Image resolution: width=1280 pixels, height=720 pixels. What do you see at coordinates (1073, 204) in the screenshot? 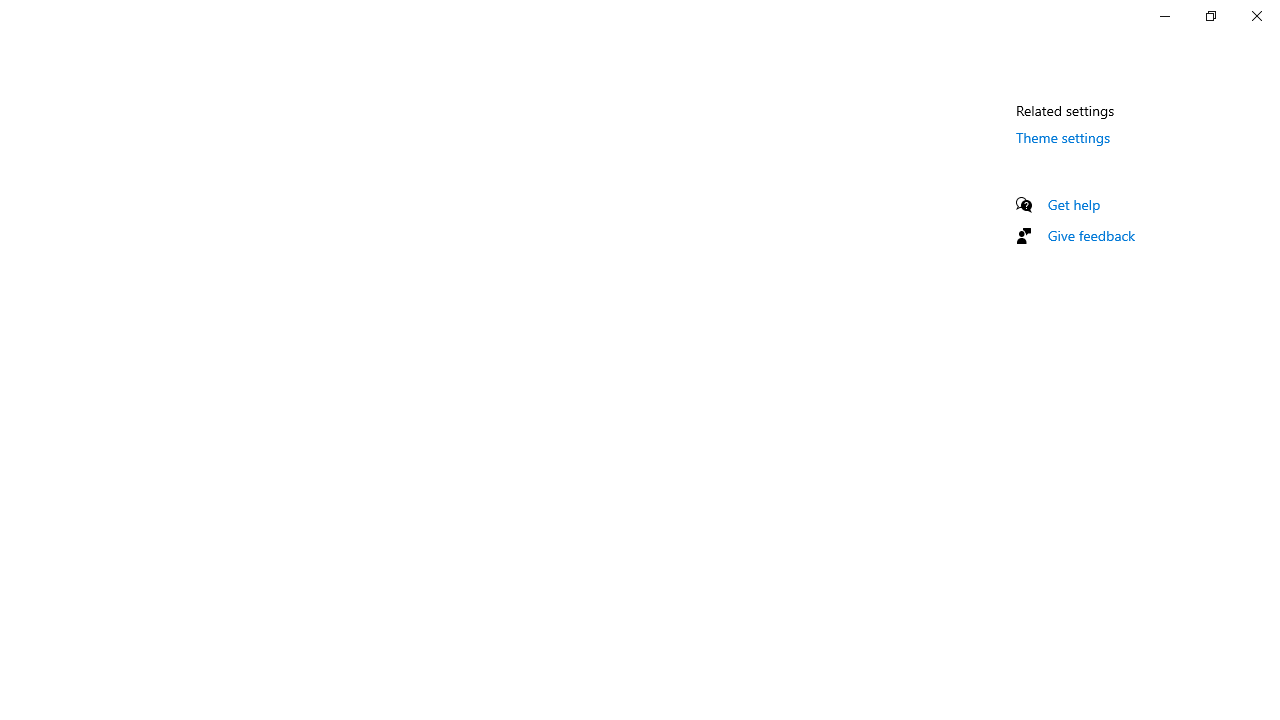
I see `'Get help'` at bounding box center [1073, 204].